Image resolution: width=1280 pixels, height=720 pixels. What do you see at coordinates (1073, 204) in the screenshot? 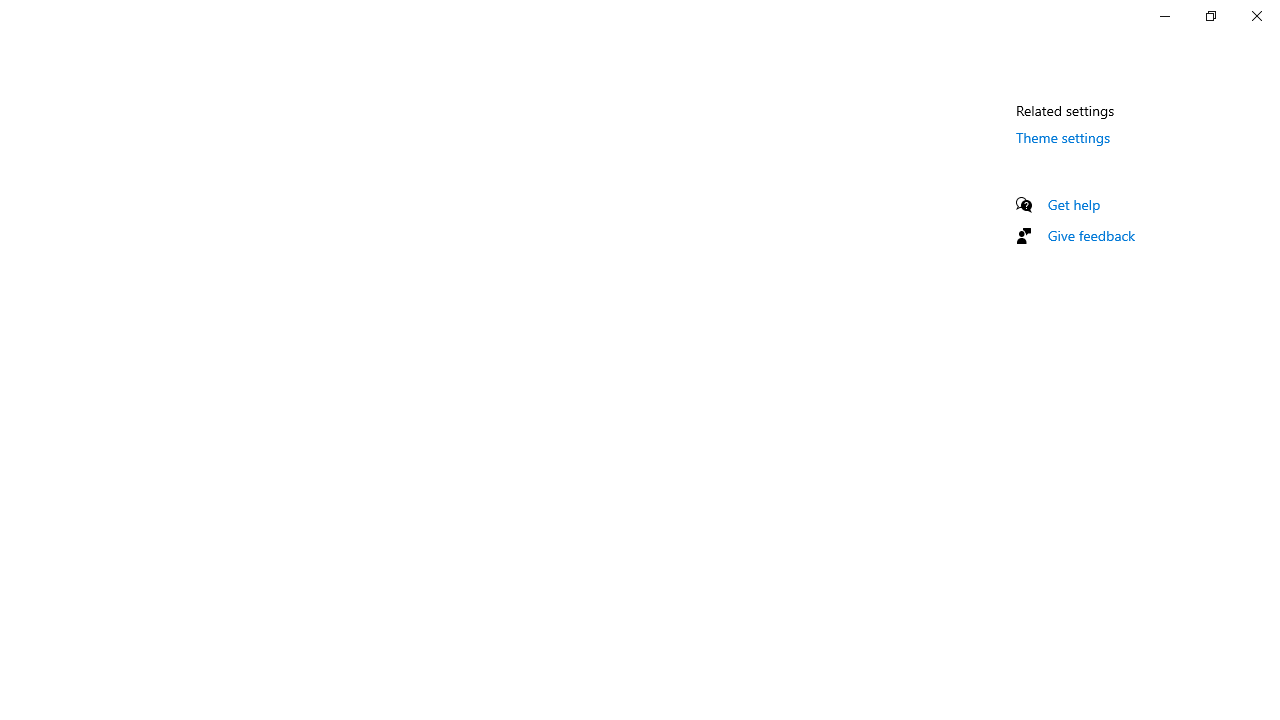
I see `'Get help'` at bounding box center [1073, 204].